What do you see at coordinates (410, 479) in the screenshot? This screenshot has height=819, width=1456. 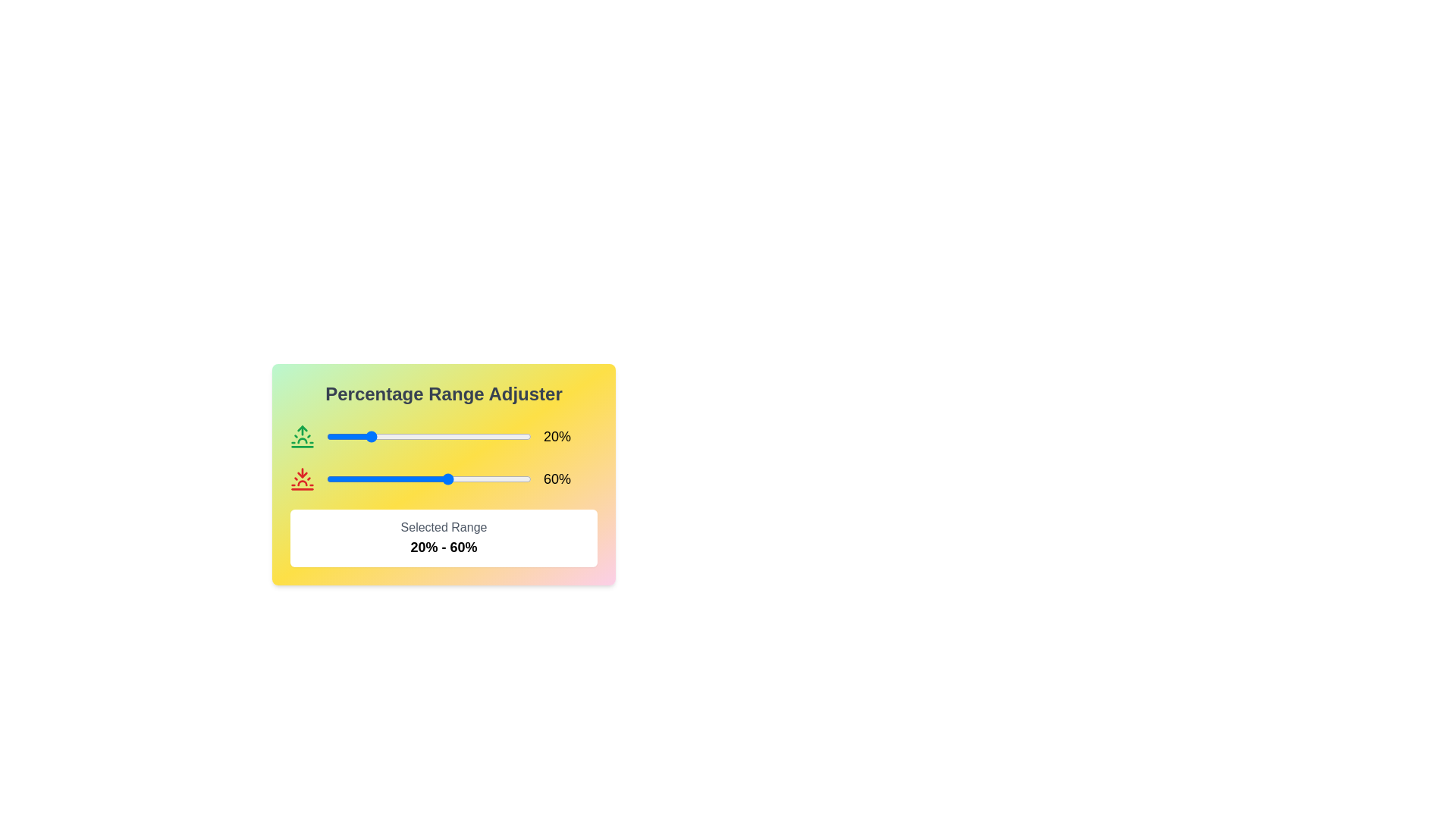 I see `the slider` at bounding box center [410, 479].